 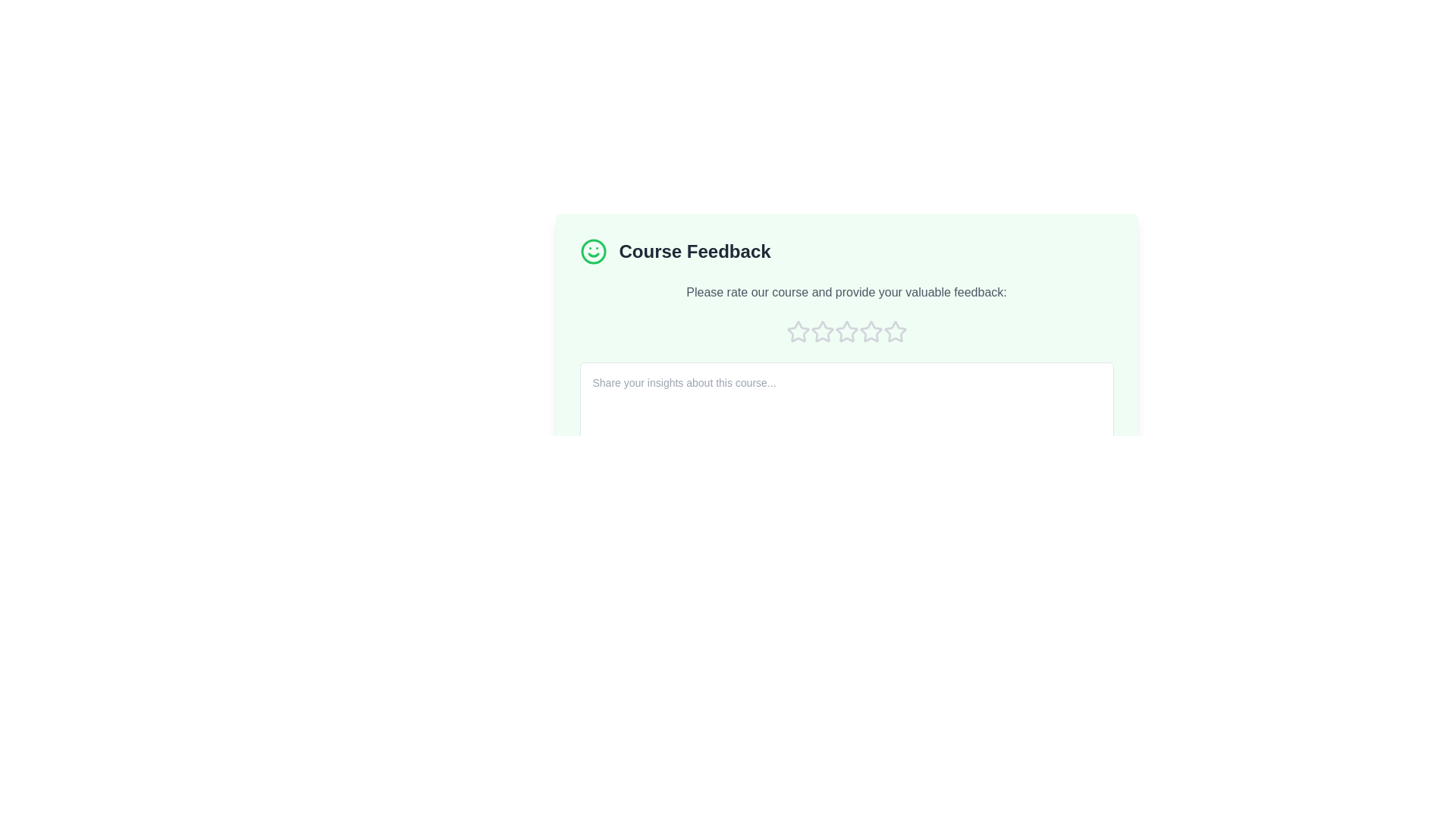 I want to click on the first star icon in the rating system, so click(x=797, y=331).